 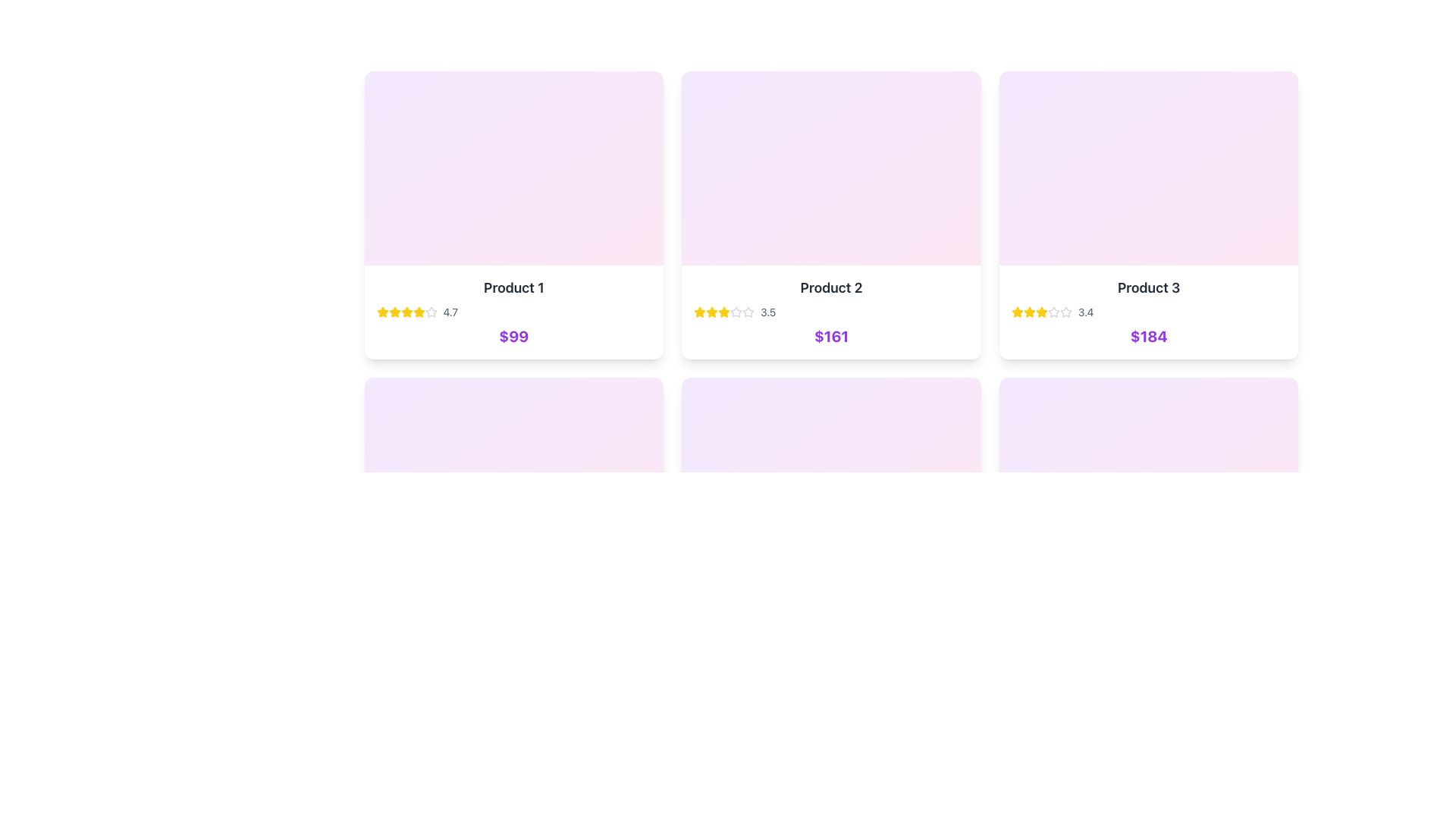 What do you see at coordinates (957, 93) in the screenshot?
I see `the hover-activated button located in the top-right corner of the 'Product 2' card` at bounding box center [957, 93].